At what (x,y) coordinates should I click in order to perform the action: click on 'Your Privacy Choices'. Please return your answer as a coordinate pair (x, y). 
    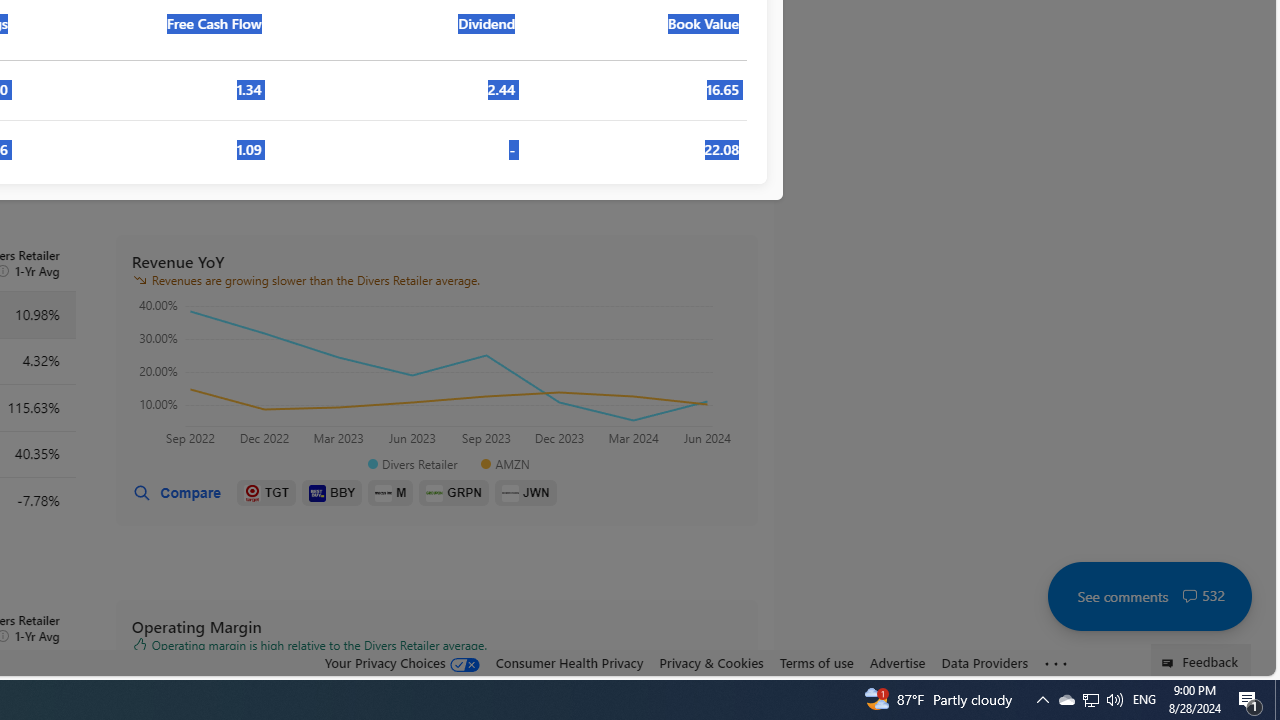
    Looking at the image, I should click on (400, 663).